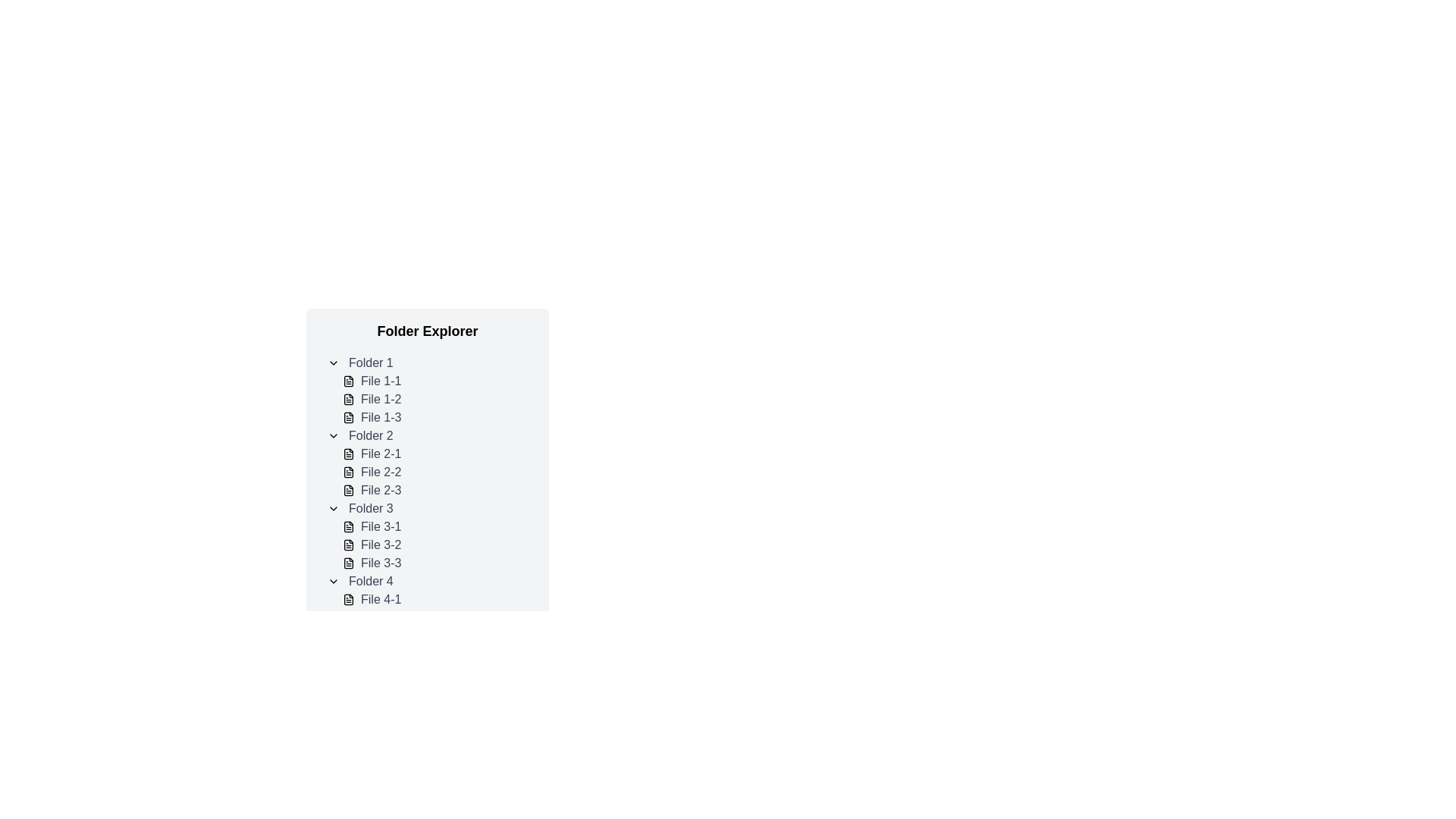 This screenshot has width=1456, height=819. Describe the element at coordinates (333, 581) in the screenshot. I see `the downward-facing chevron icon next to 'Folder 4', used for expanding or collapsing folder content` at that location.